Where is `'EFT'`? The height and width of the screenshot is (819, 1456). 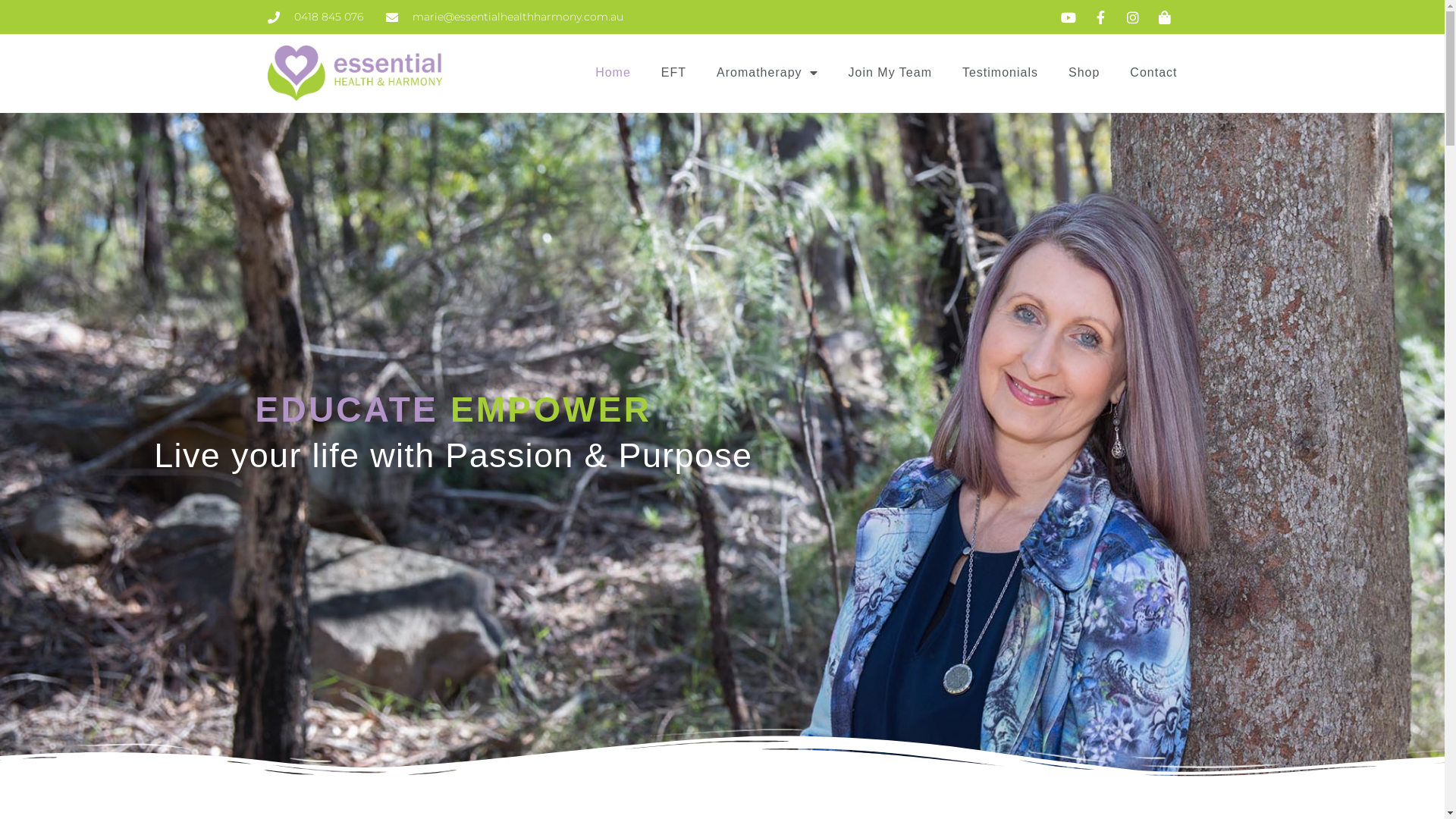
'EFT' is located at coordinates (673, 73).